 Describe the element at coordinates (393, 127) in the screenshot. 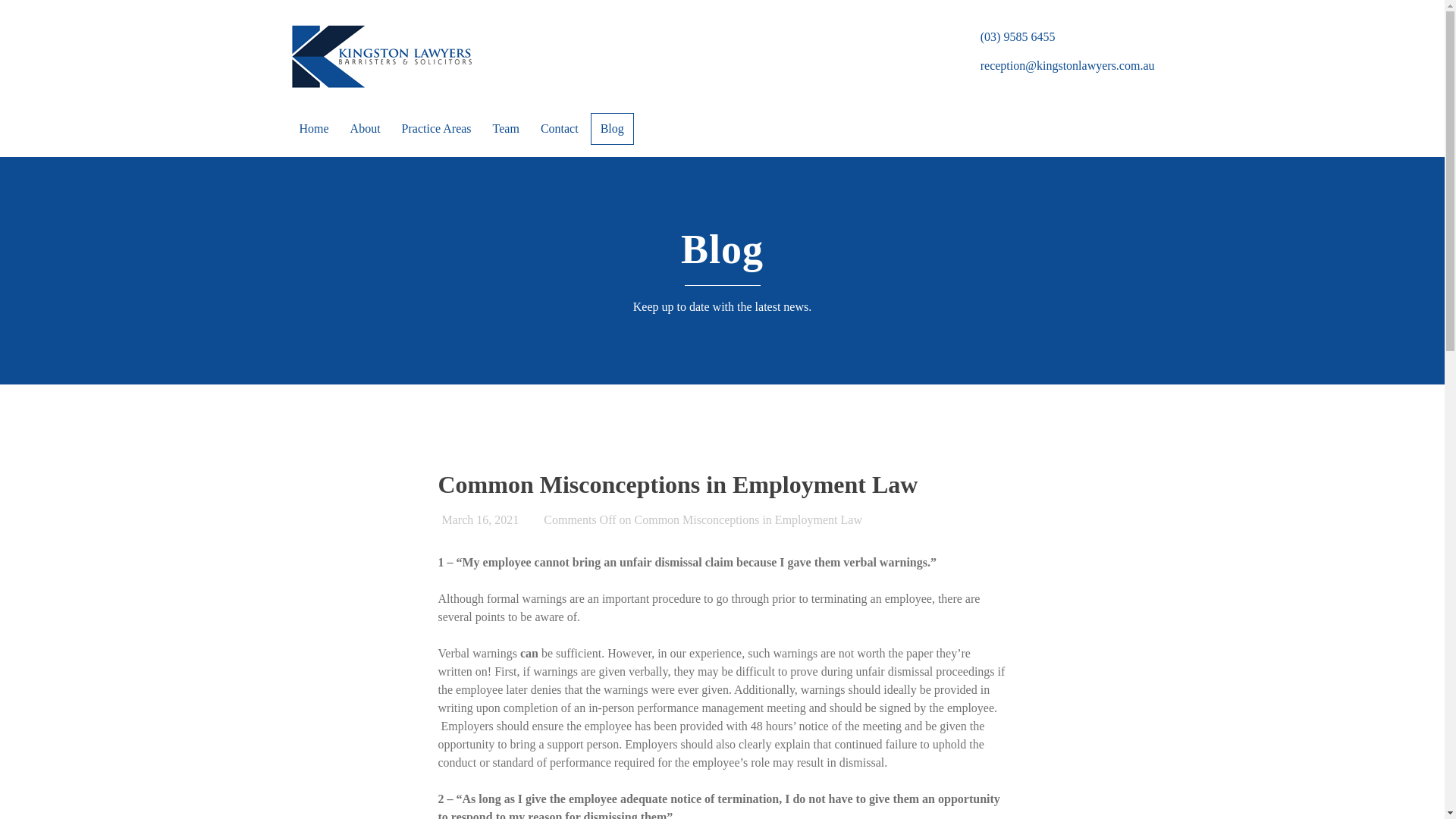

I see `'Practice Areas'` at that location.